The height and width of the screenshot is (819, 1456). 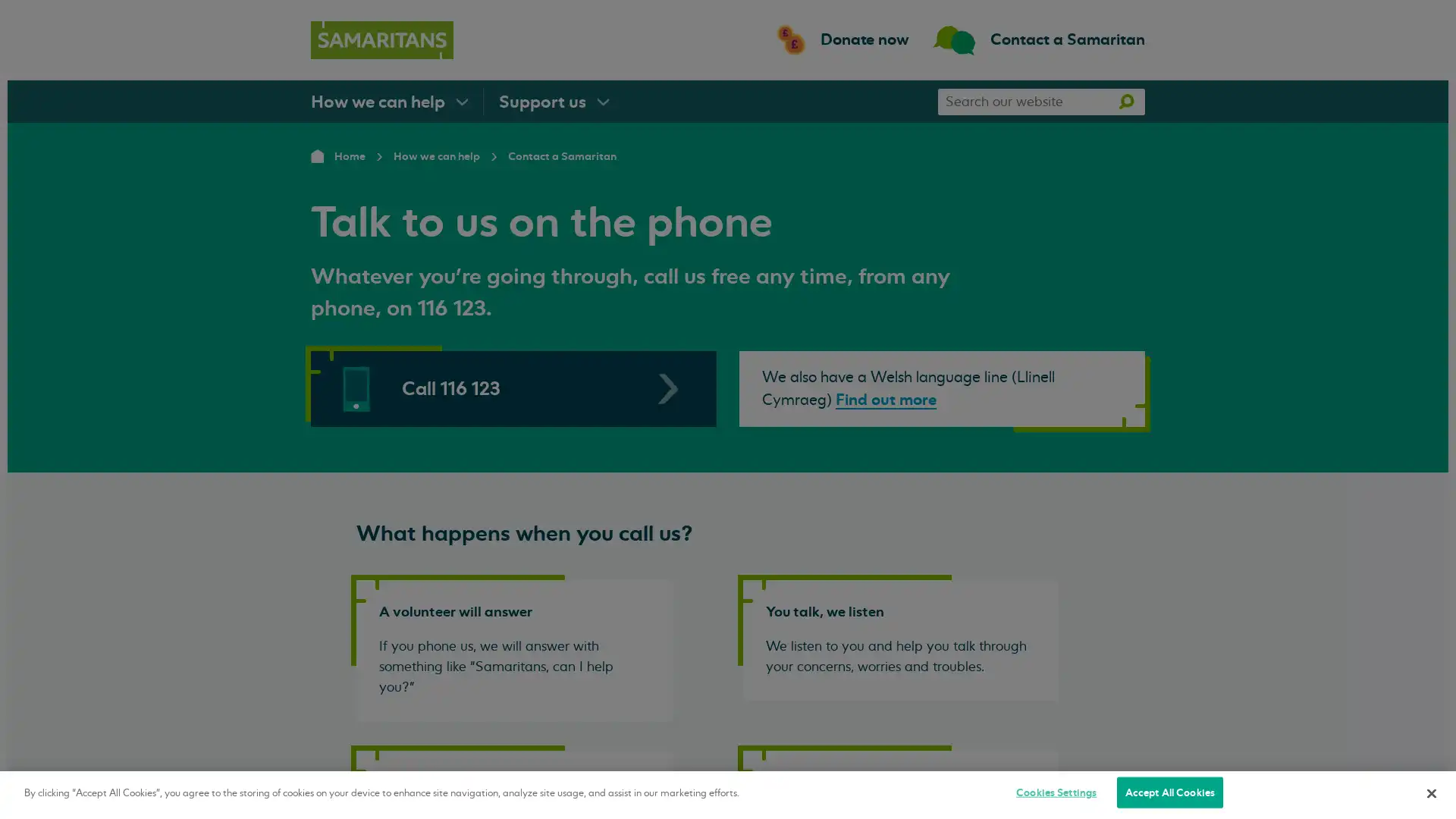 What do you see at coordinates (1125, 101) in the screenshot?
I see `Search` at bounding box center [1125, 101].